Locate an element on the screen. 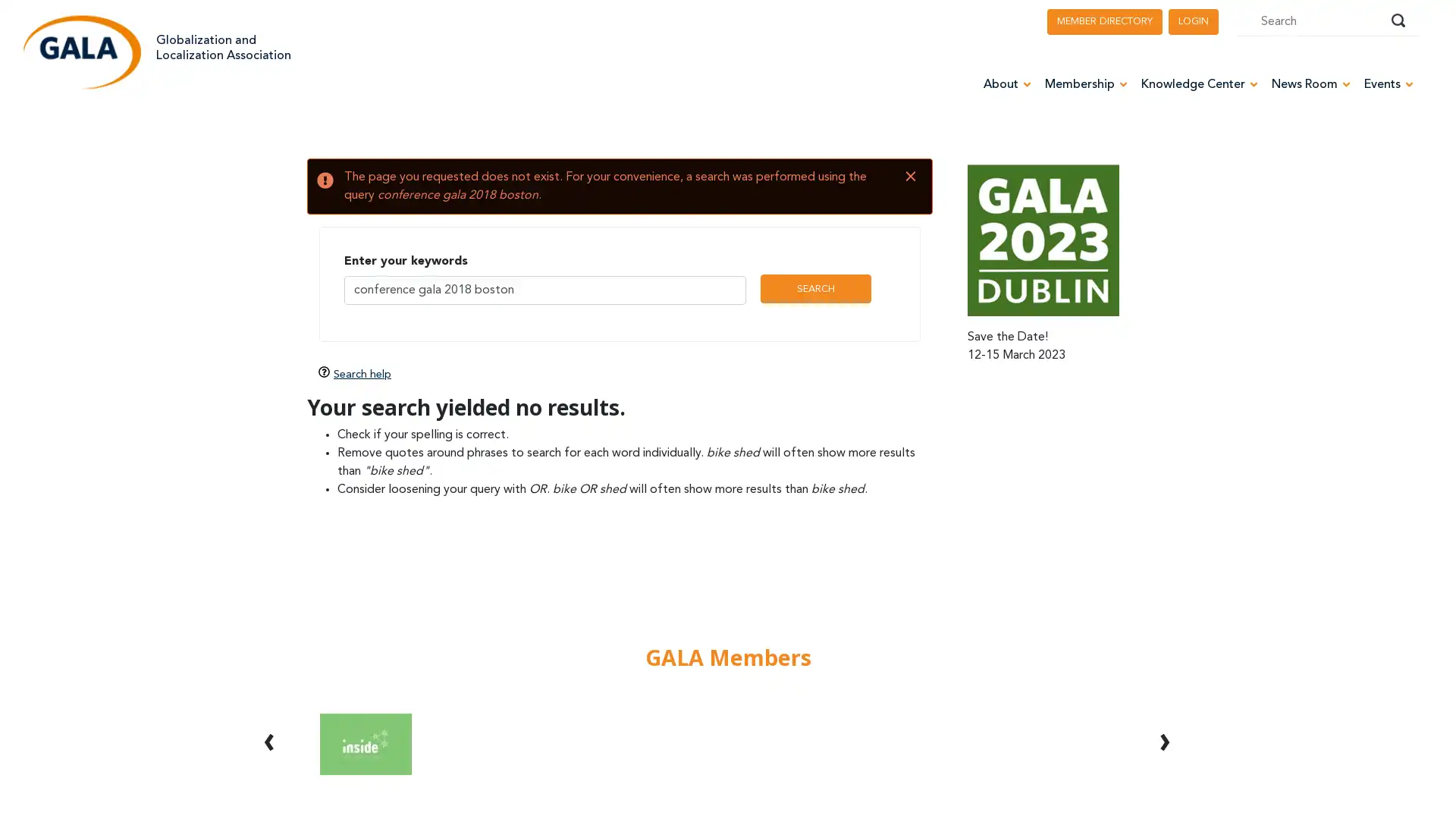  MEMBER DIRECTORY is located at coordinates (1105, 21).